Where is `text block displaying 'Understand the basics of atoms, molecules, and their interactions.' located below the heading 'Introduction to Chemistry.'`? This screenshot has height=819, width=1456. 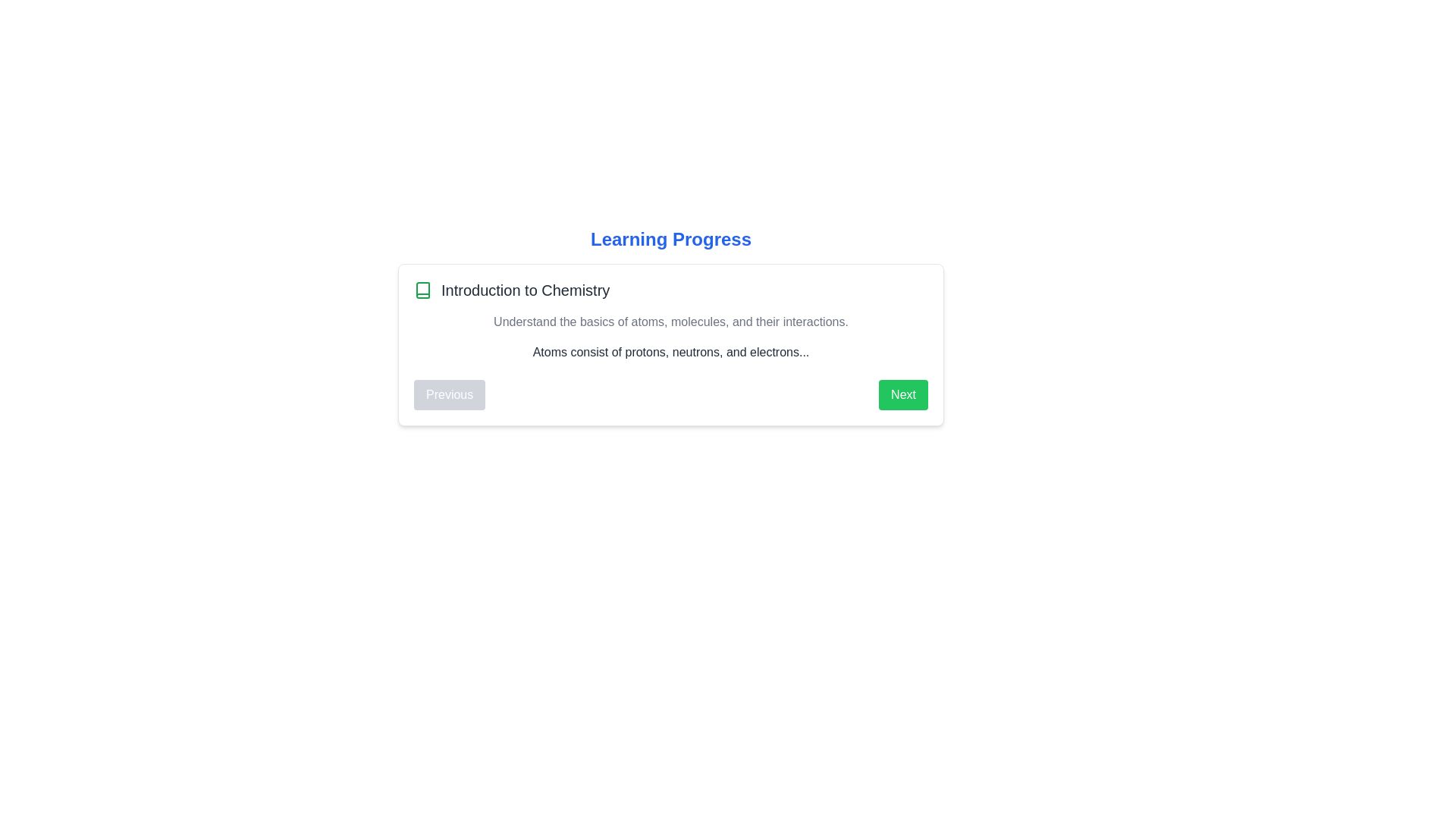 text block displaying 'Understand the basics of atoms, molecules, and their interactions.' located below the heading 'Introduction to Chemistry.' is located at coordinates (670, 321).